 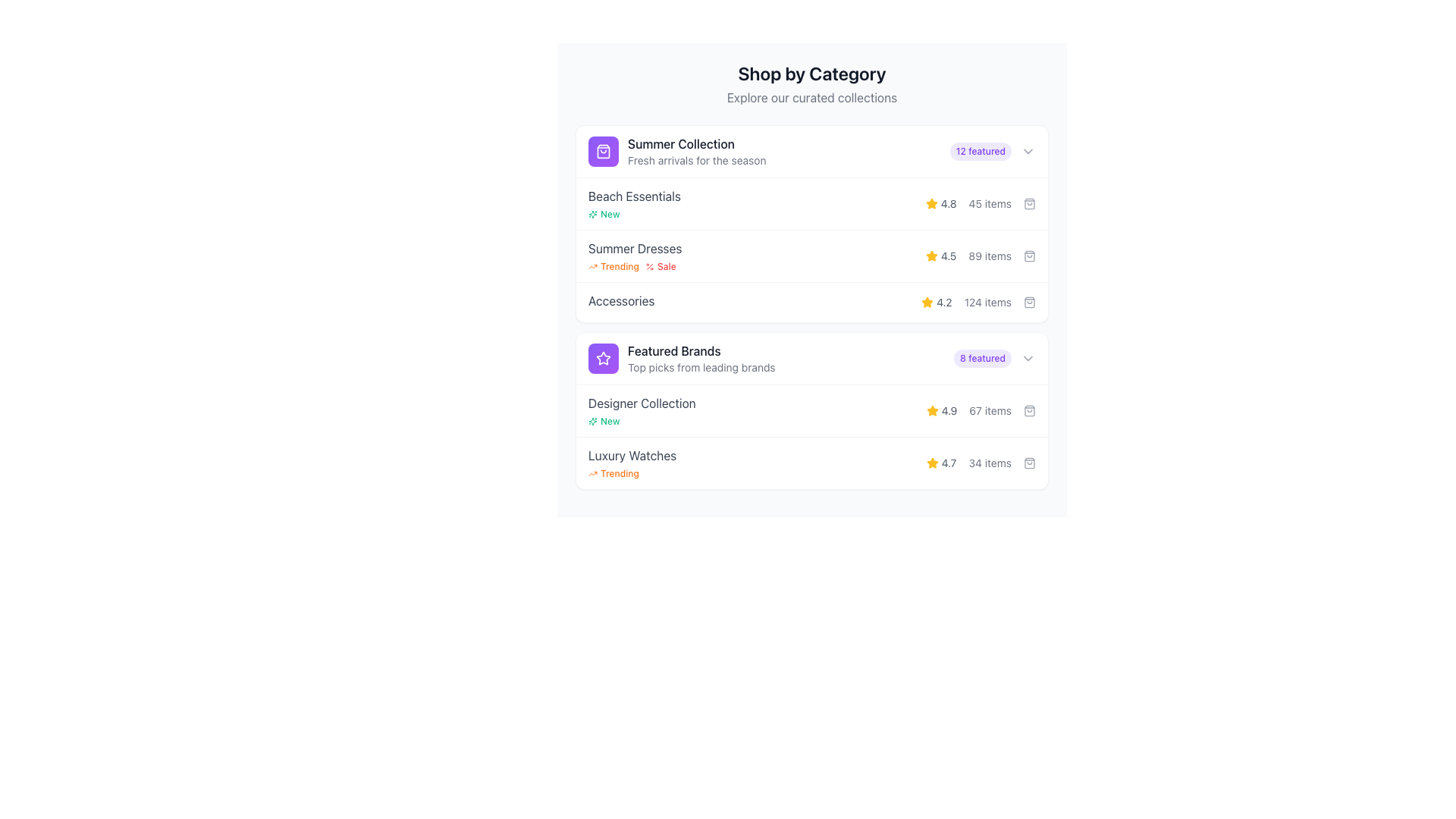 What do you see at coordinates (642, 403) in the screenshot?
I see `the text label 'Designer Collection' which is styled in gray and changes to violet on hover, located under 'Featured Brands' above the smaller text 'New'` at bounding box center [642, 403].